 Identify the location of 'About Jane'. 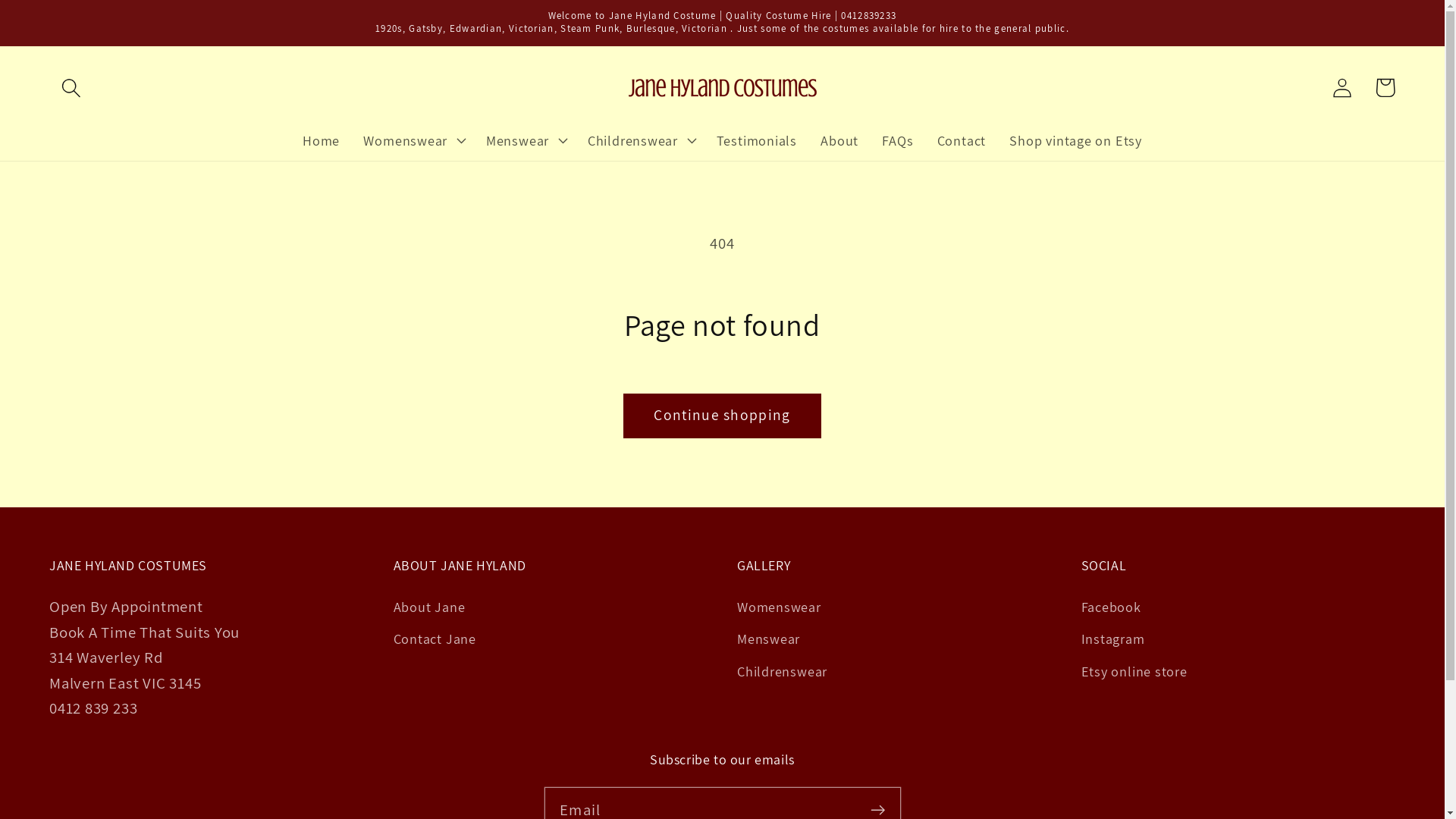
(428, 608).